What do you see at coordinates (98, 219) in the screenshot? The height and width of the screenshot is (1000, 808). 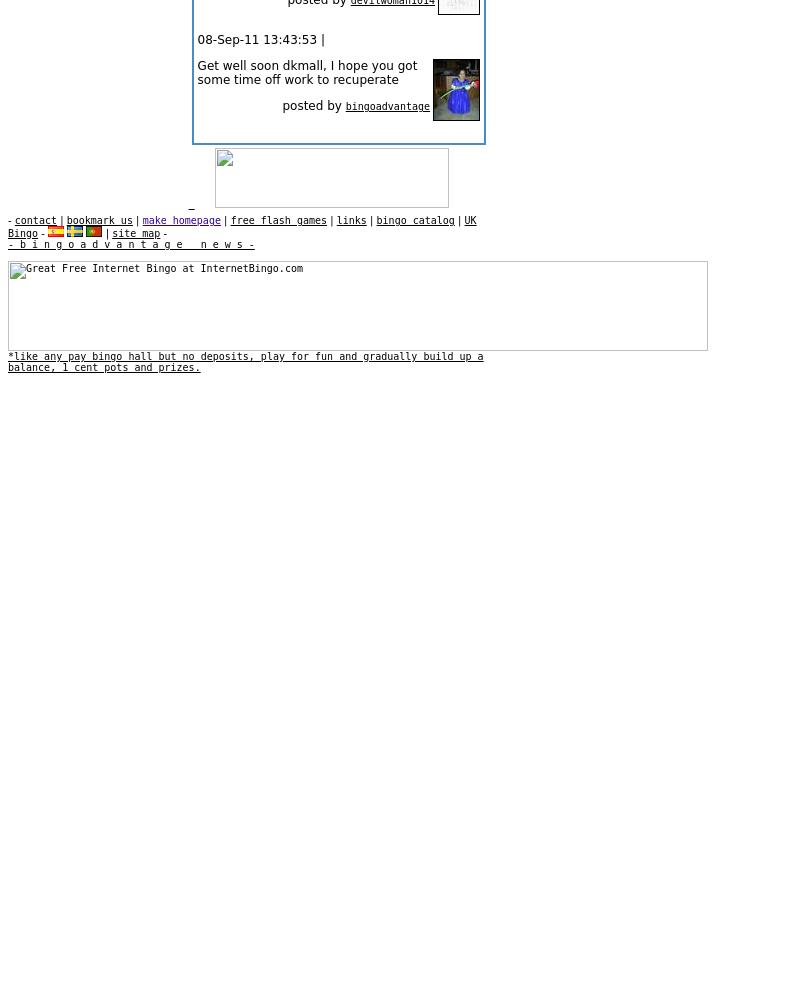 I see `'bookmark us'` at bounding box center [98, 219].